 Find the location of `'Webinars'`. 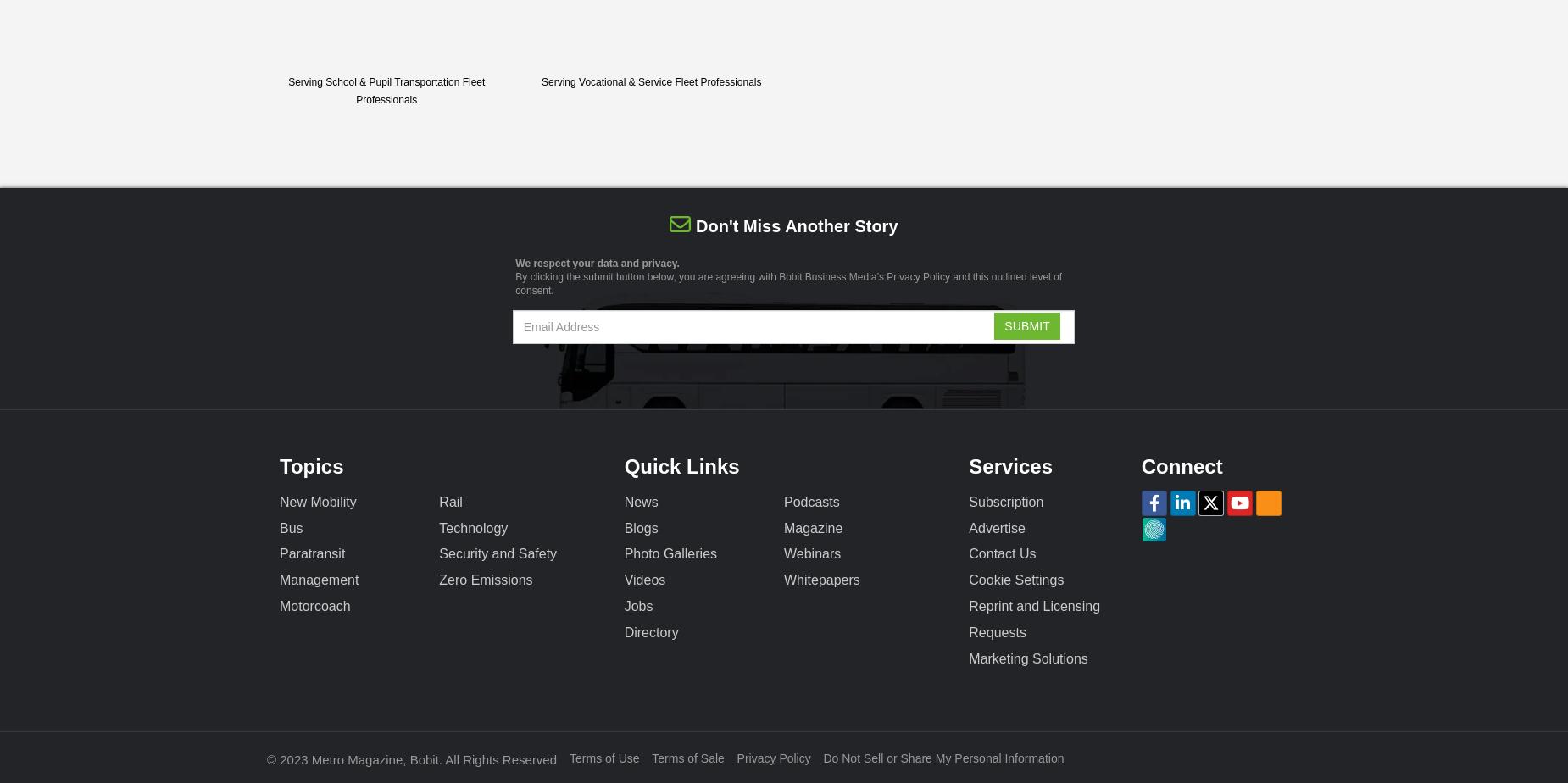

'Webinars' is located at coordinates (810, 553).